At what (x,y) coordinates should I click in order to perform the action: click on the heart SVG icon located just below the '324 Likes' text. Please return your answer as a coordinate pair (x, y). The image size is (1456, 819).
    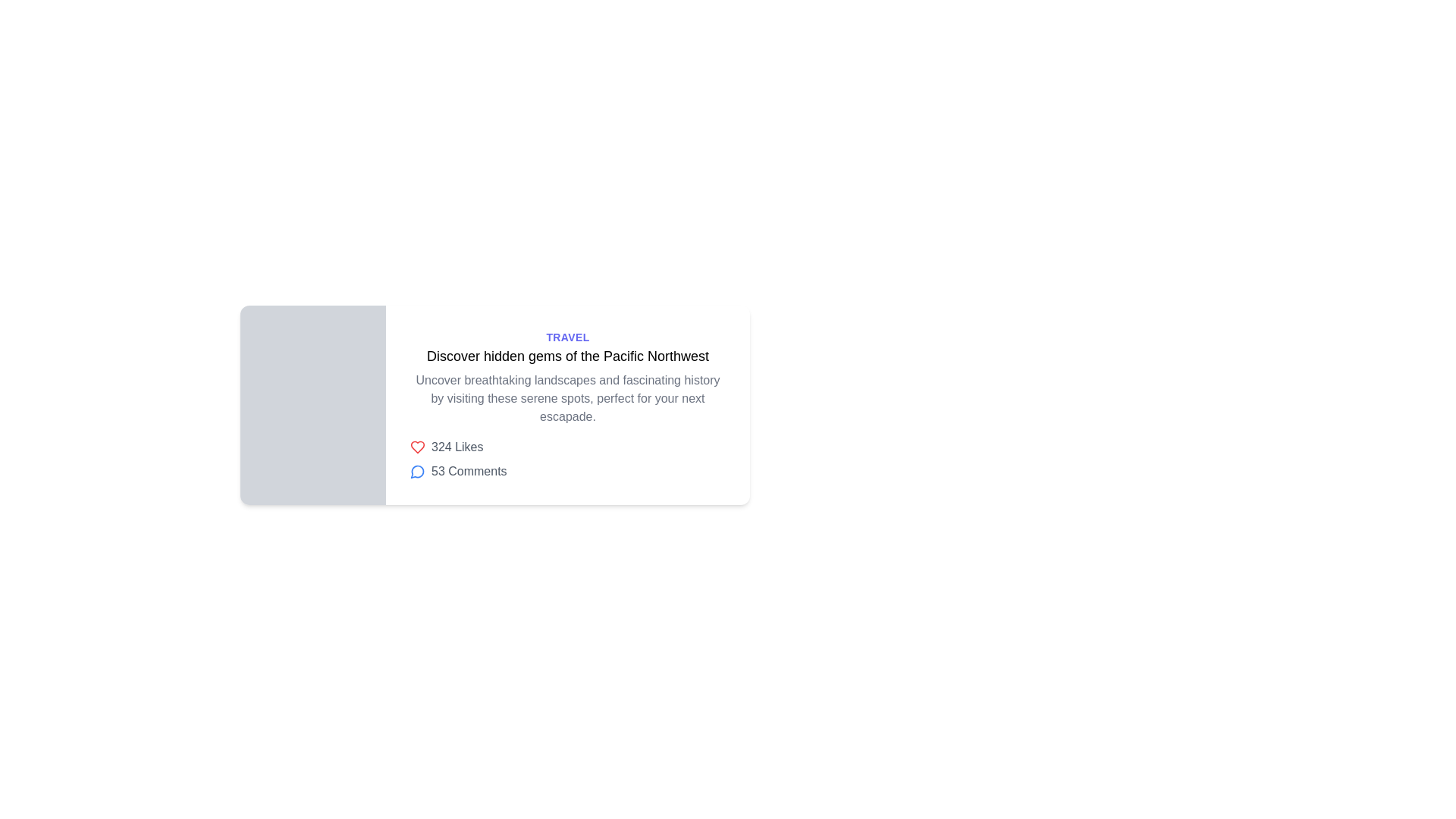
    Looking at the image, I should click on (418, 446).